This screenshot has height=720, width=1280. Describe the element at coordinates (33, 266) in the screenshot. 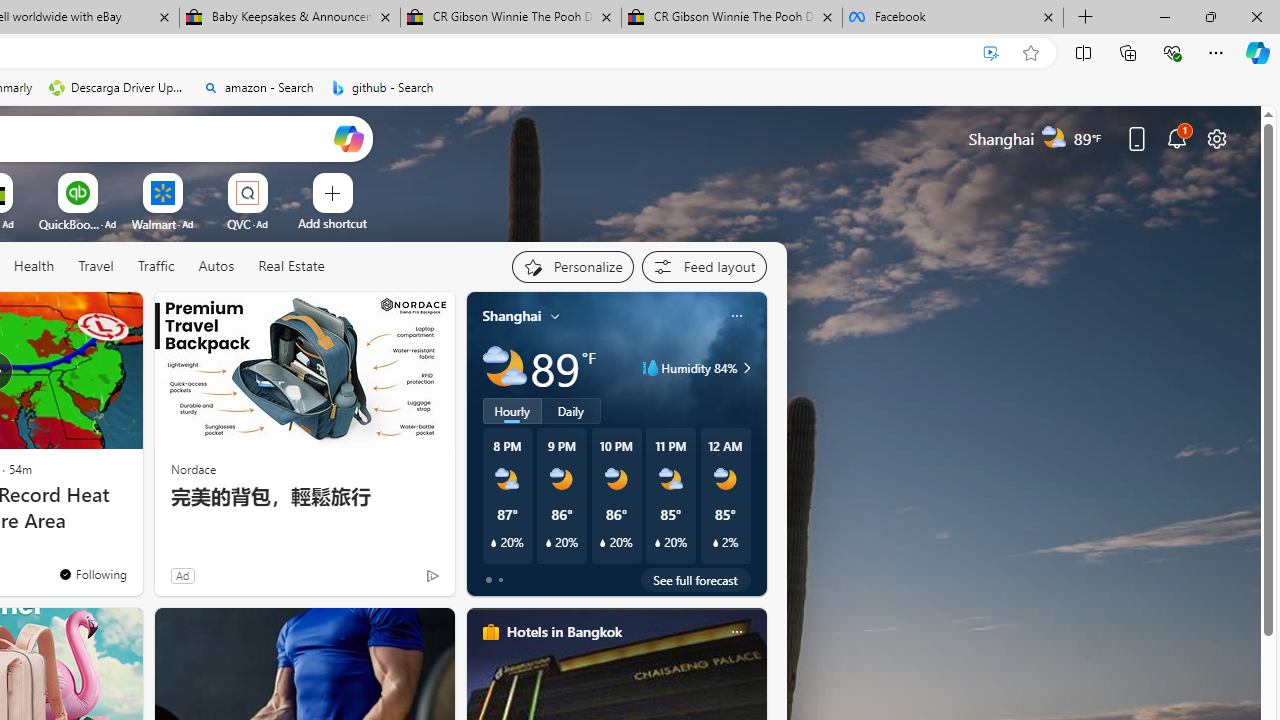

I see `'Health'` at that location.